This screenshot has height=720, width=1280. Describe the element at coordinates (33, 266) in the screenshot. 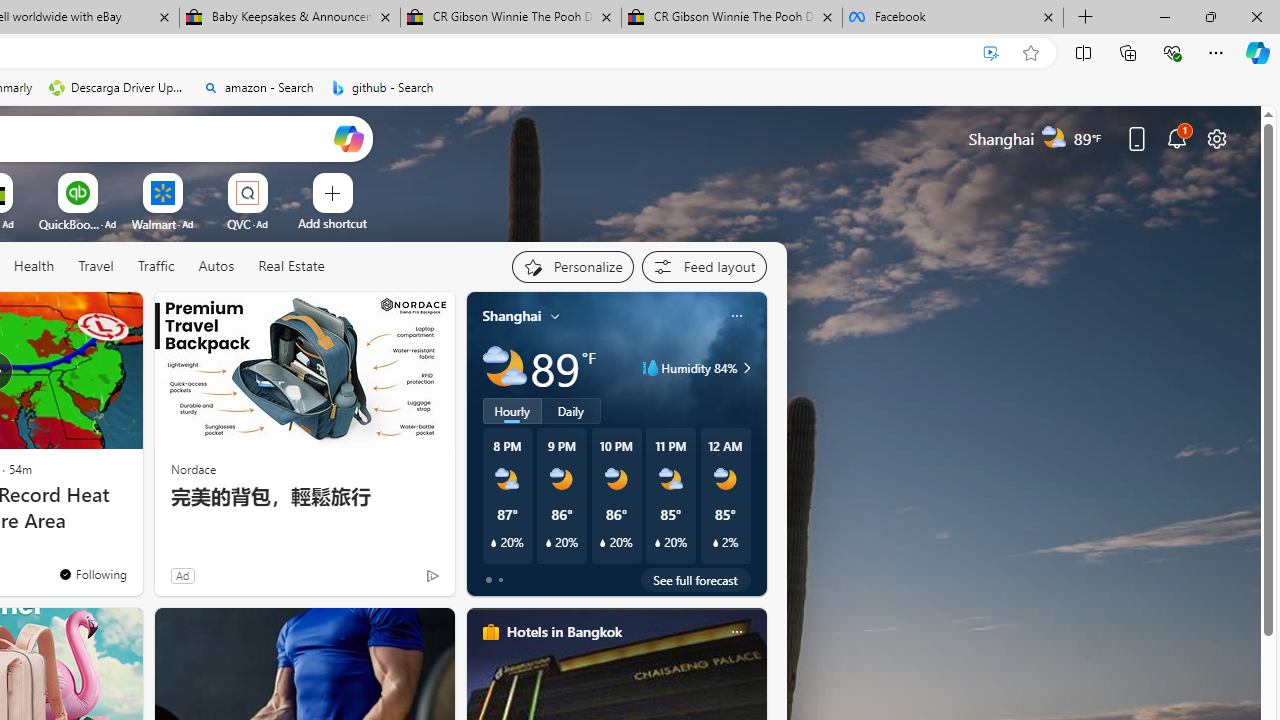

I see `'Health'` at that location.